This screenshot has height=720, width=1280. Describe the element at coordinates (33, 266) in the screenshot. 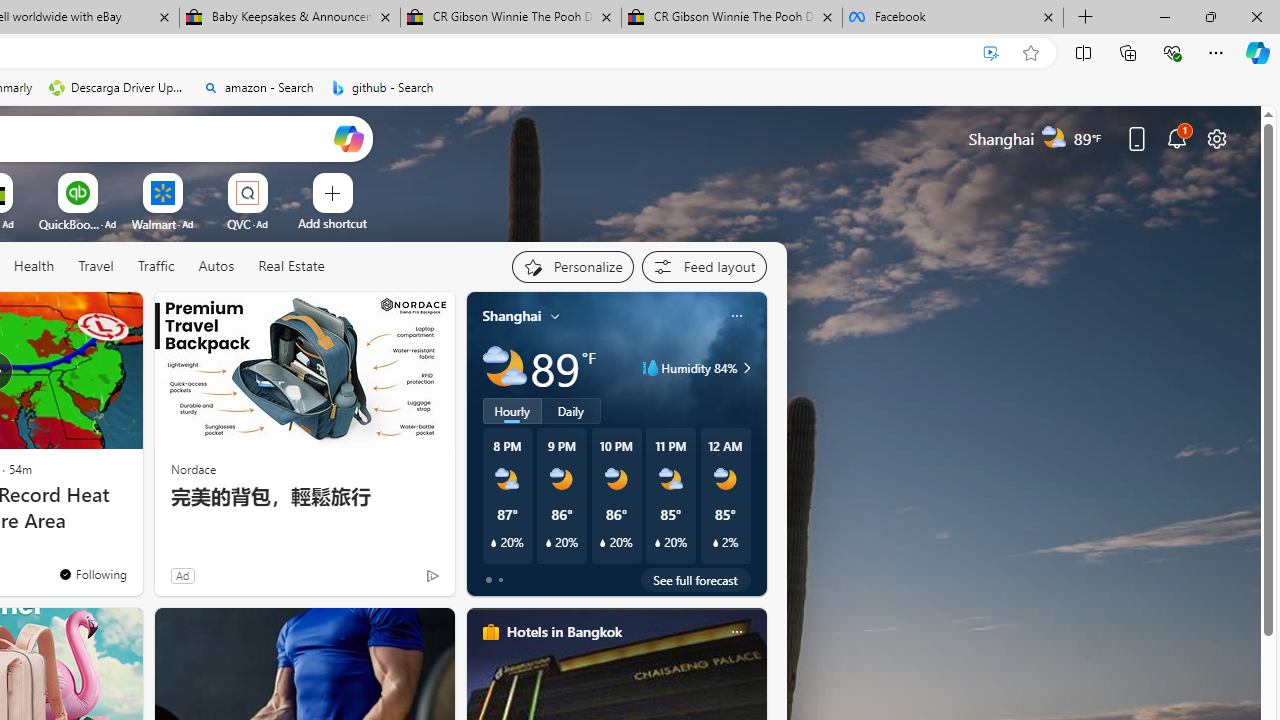

I see `'Health'` at that location.